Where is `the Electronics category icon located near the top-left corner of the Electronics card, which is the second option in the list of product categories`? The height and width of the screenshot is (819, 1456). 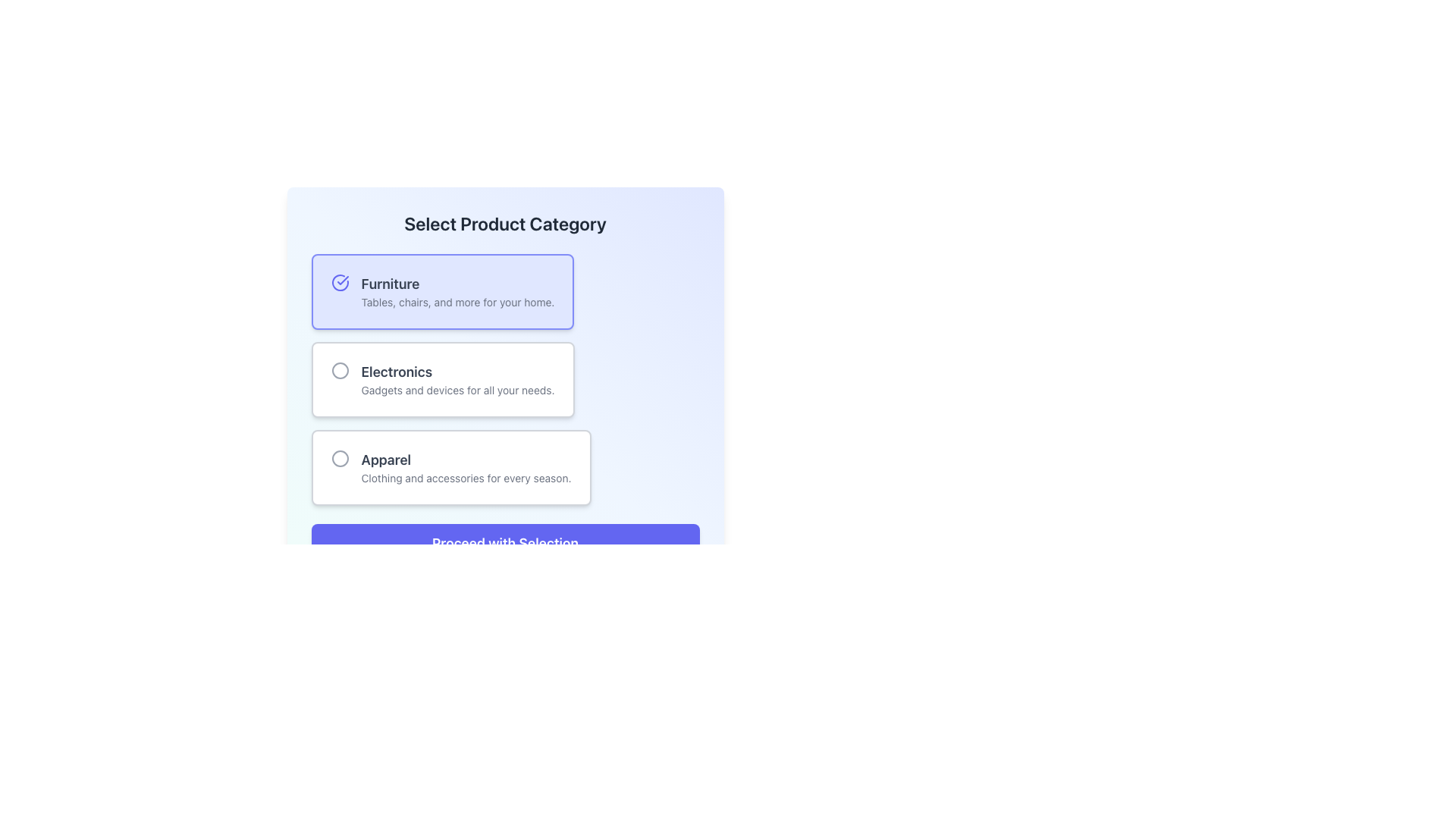 the Electronics category icon located near the top-left corner of the Electronics card, which is the second option in the list of product categories is located at coordinates (339, 371).